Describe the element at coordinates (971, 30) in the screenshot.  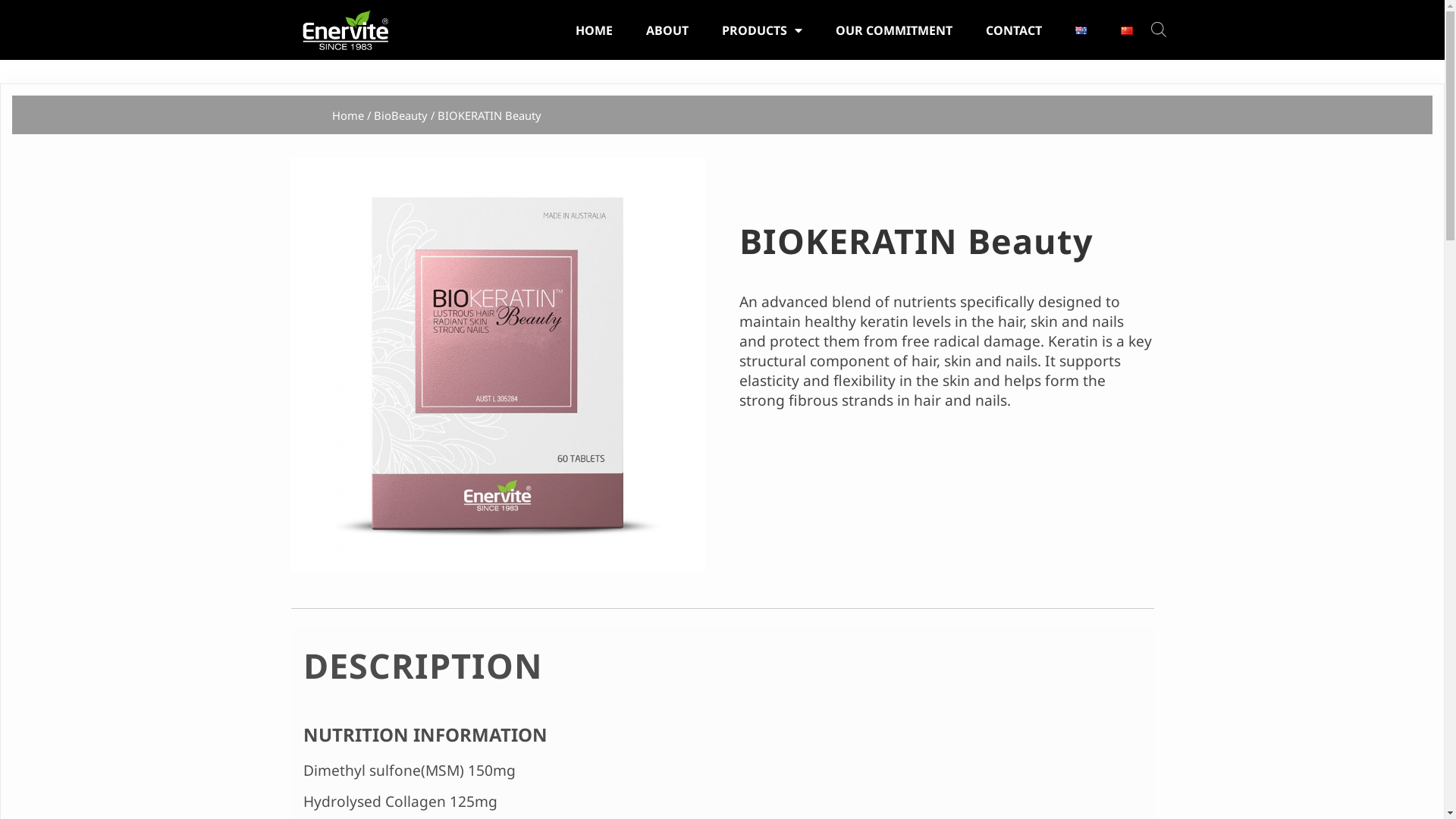
I see `'CONTACT'` at that location.